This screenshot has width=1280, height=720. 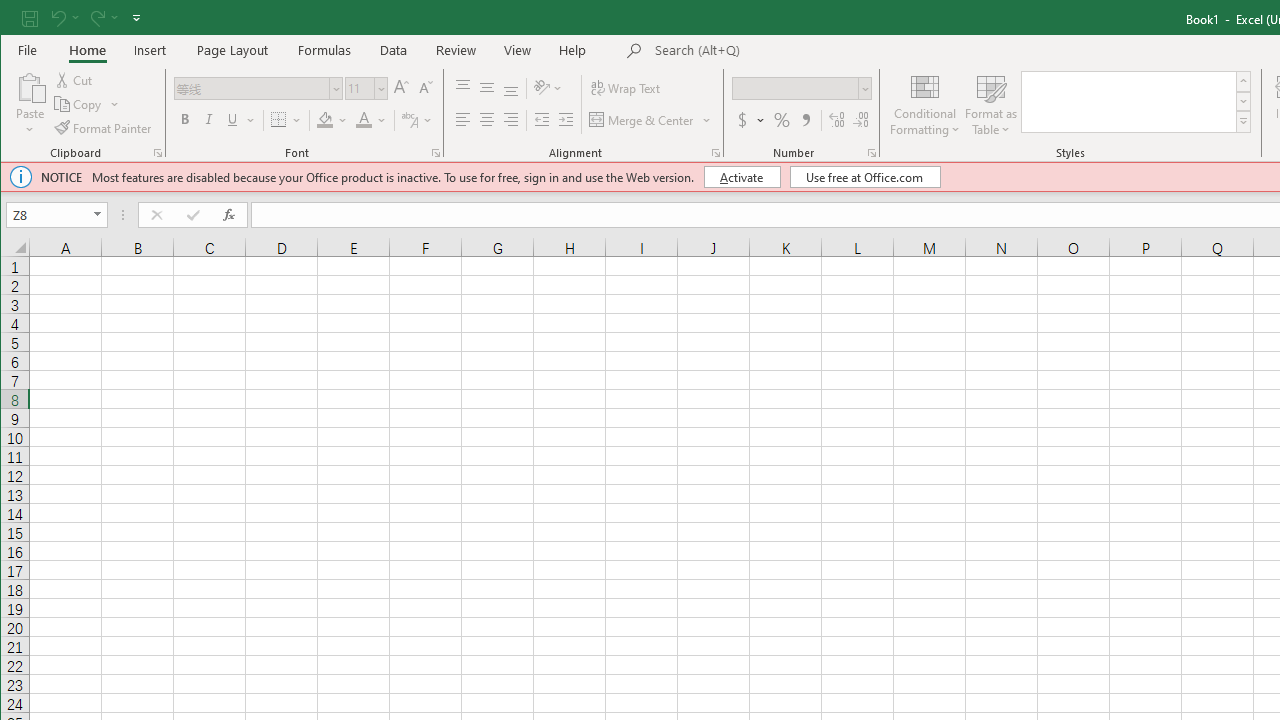 I want to click on 'Italic', so click(x=209, y=120).